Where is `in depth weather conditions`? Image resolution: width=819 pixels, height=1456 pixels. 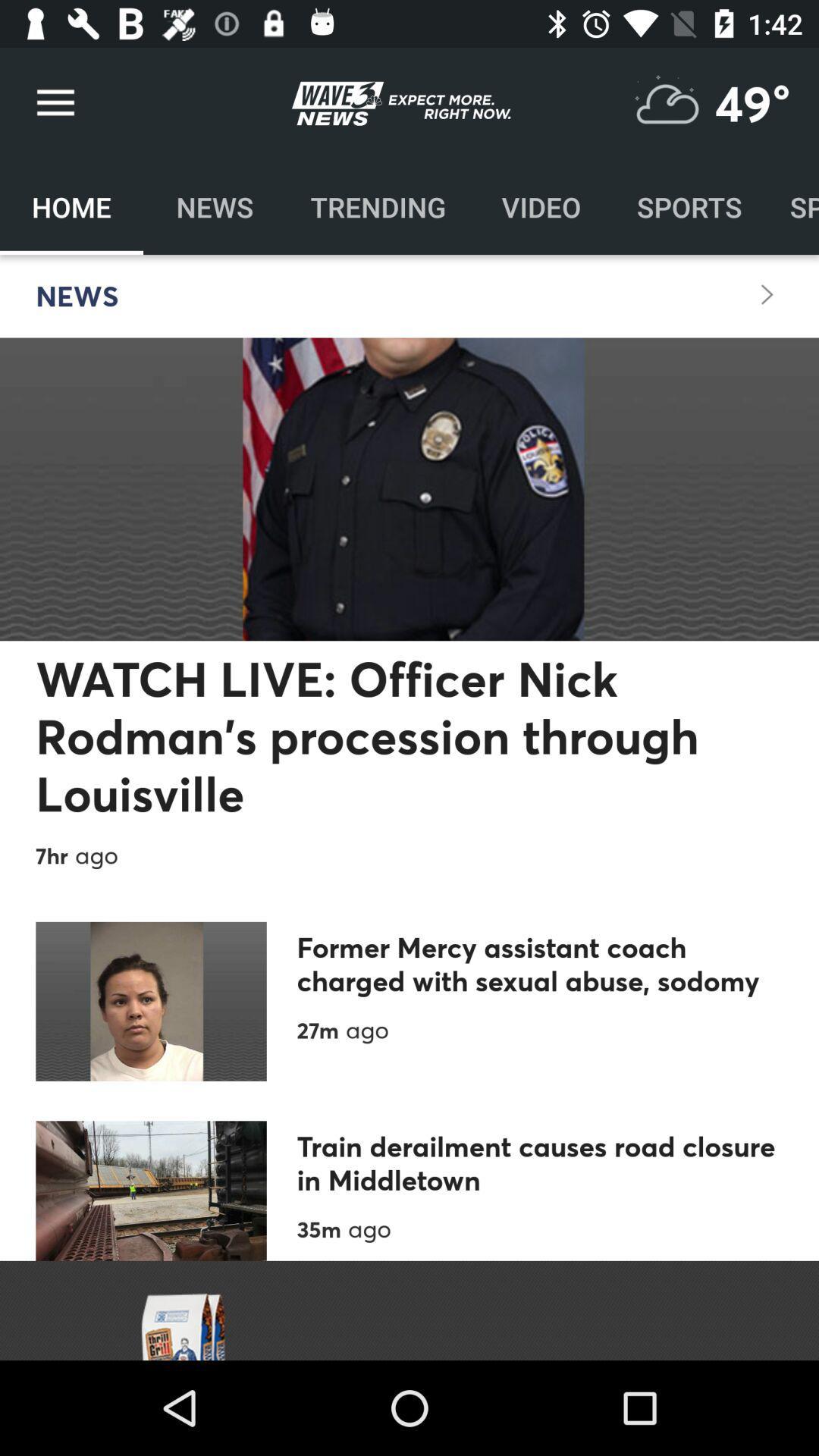
in depth weather conditions is located at coordinates (666, 102).